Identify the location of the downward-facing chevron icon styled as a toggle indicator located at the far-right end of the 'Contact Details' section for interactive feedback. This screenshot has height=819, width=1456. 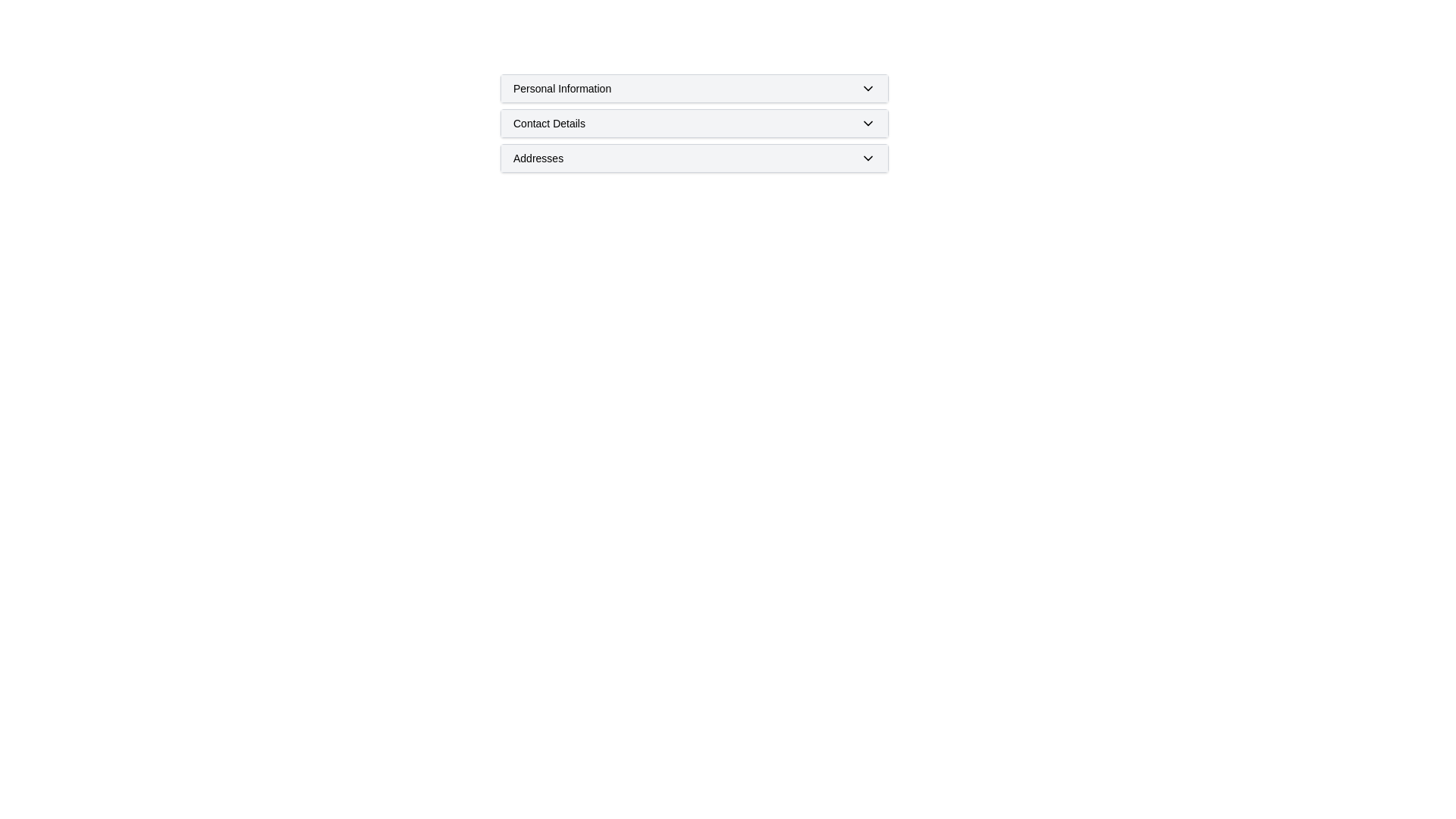
(868, 122).